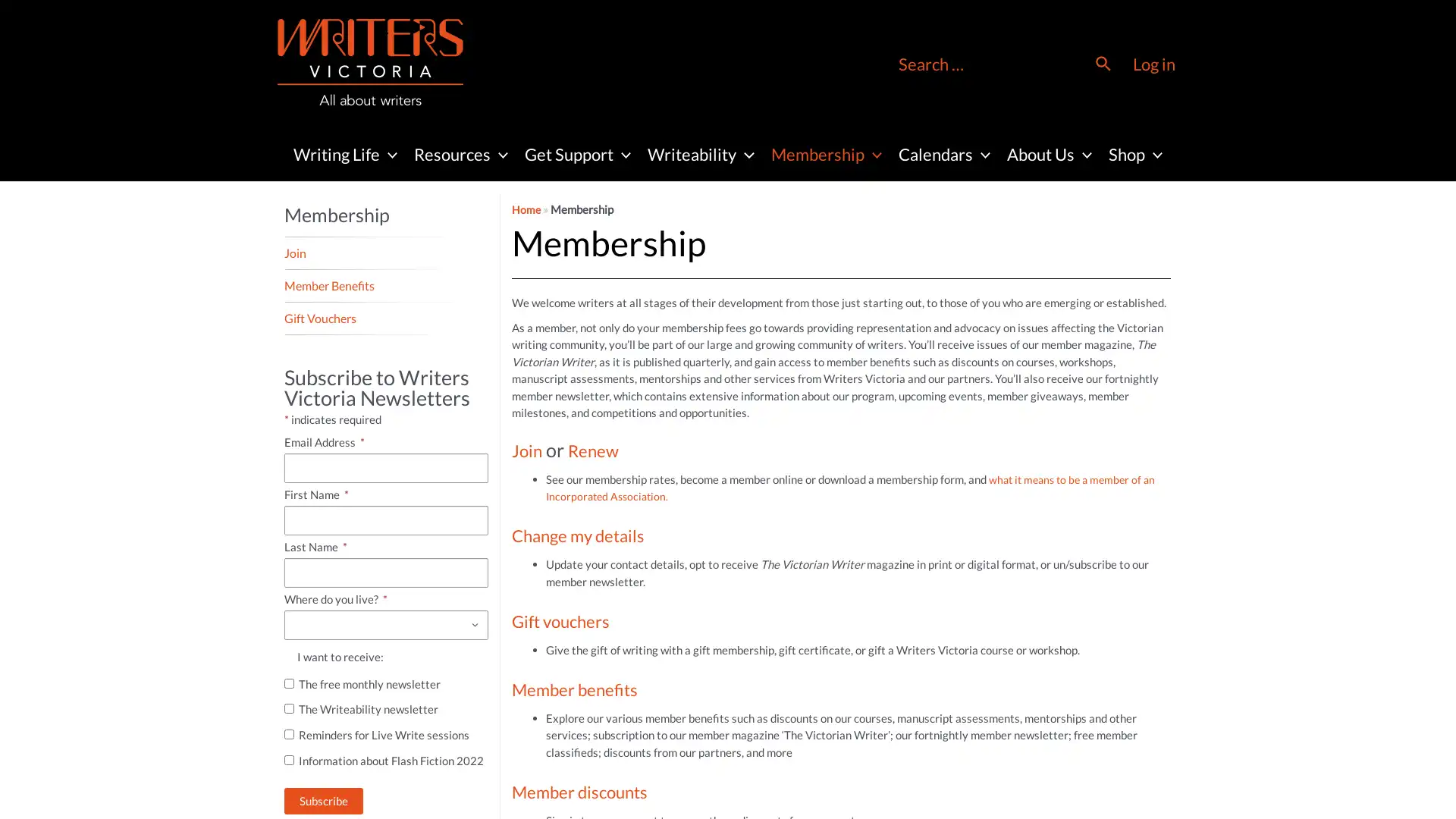 The image size is (1456, 819). Describe the element at coordinates (1103, 63) in the screenshot. I see `Search` at that location.